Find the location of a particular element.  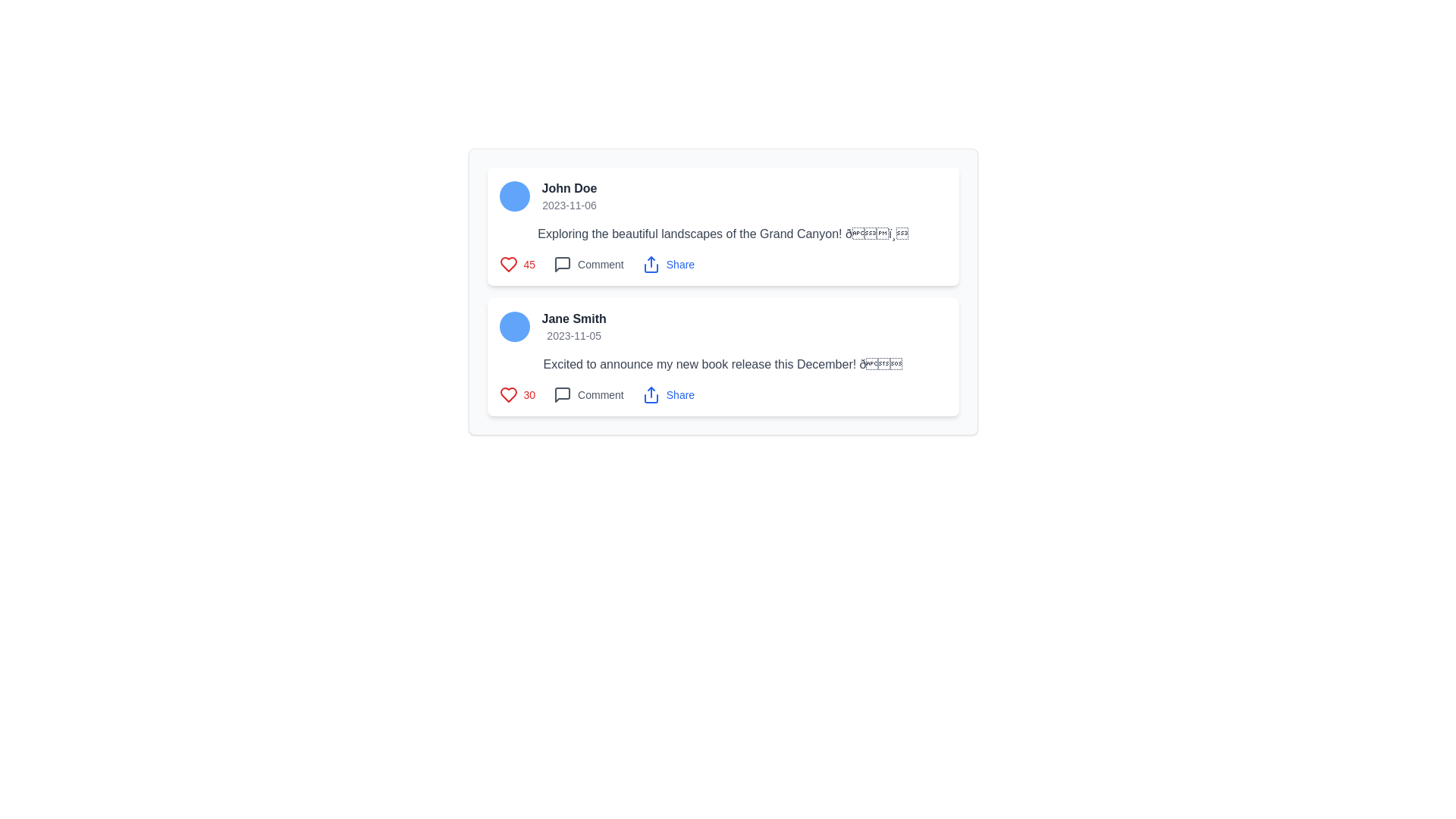

the icon button located in the bottom action bar of the second post by 'Jane Smith' is located at coordinates (562, 394).